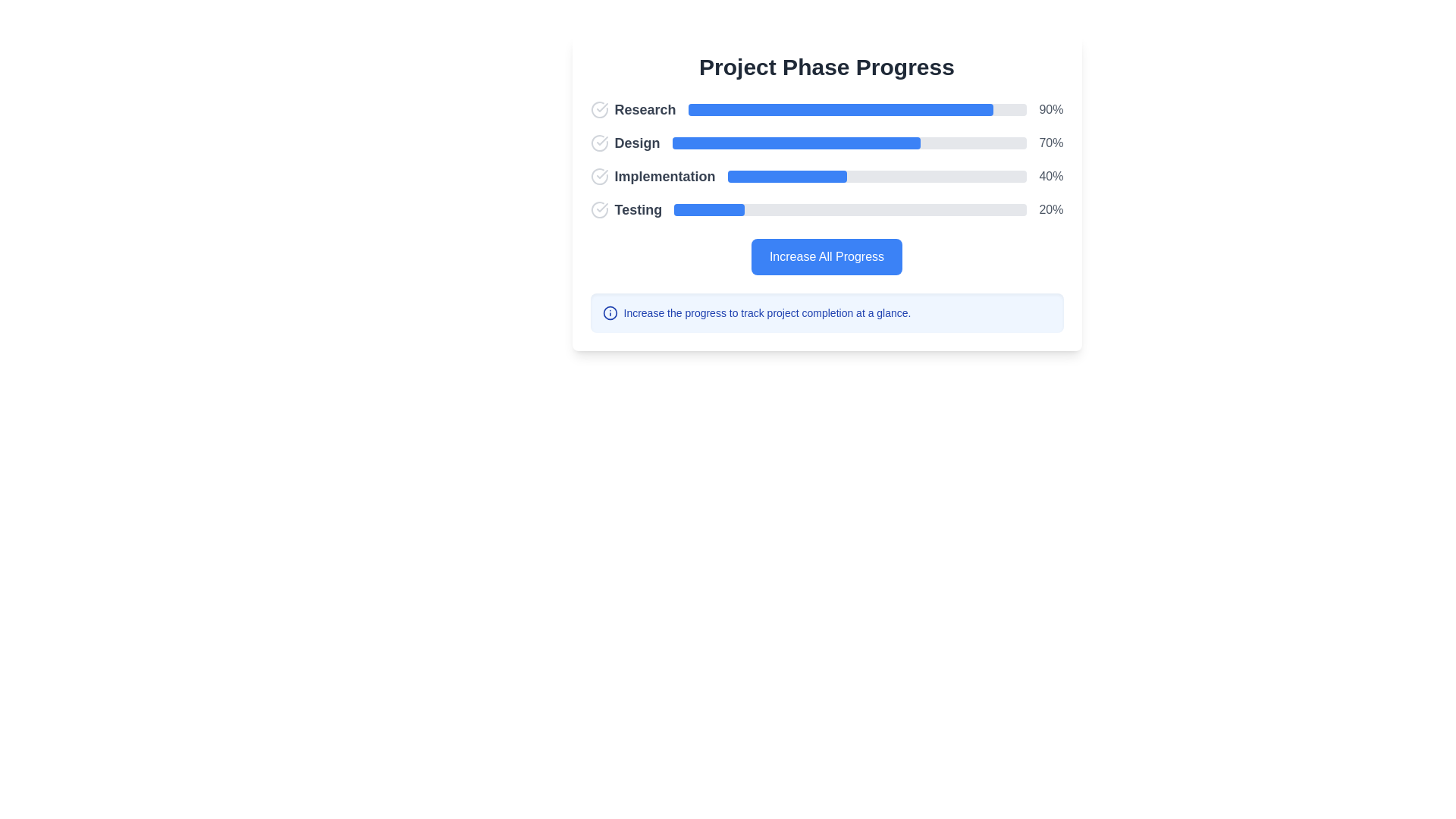 The width and height of the screenshot is (1456, 819). Describe the element at coordinates (858, 109) in the screenshot. I see `the horizontal progress bar with rounded edges located under the 'Research' label in the 'Project Phase Progress' section, which visually indicates progress for Research` at that location.